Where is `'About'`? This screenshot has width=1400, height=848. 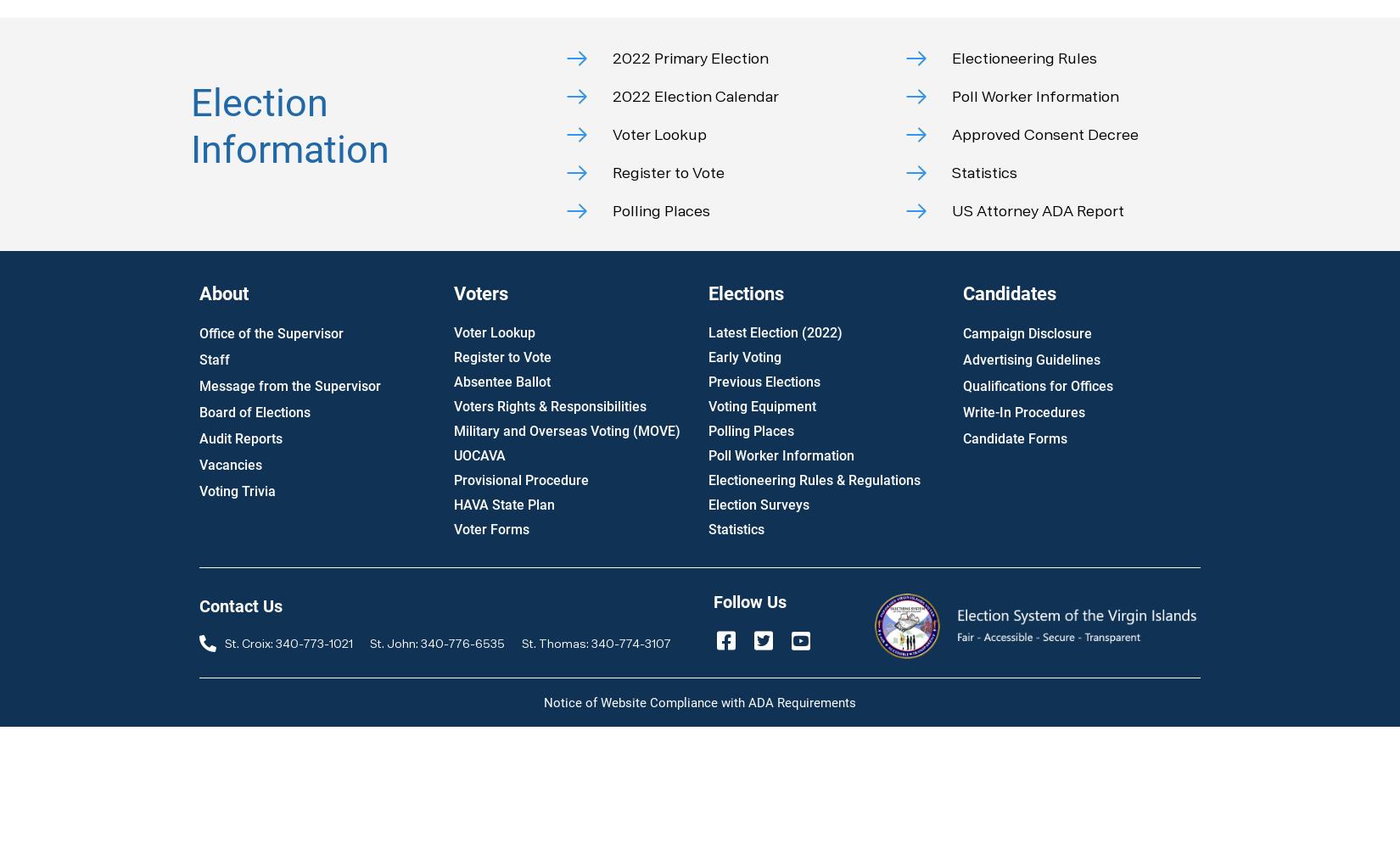 'About' is located at coordinates (224, 293).